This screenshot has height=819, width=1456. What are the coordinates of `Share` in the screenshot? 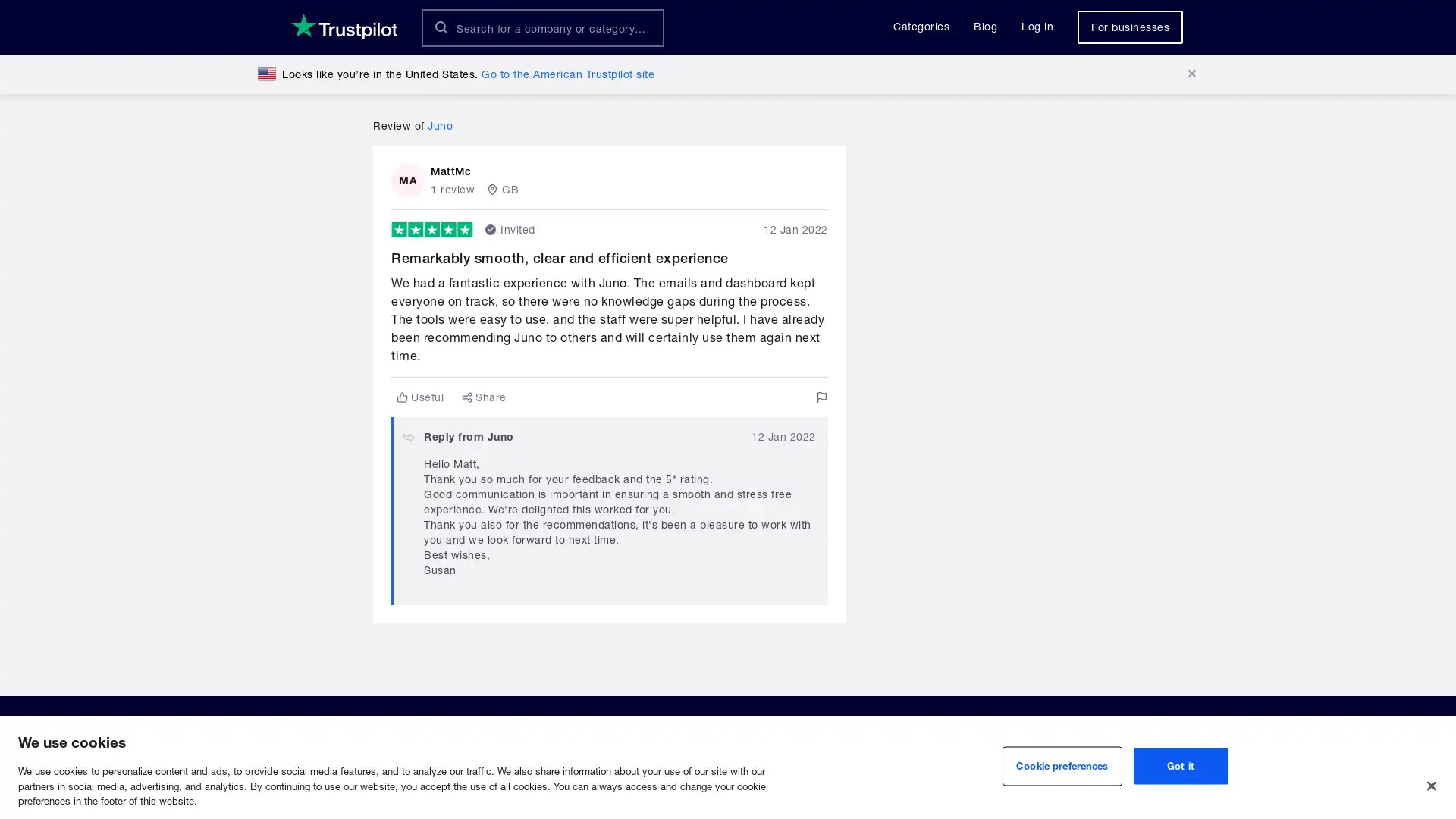 It's located at (483, 397).